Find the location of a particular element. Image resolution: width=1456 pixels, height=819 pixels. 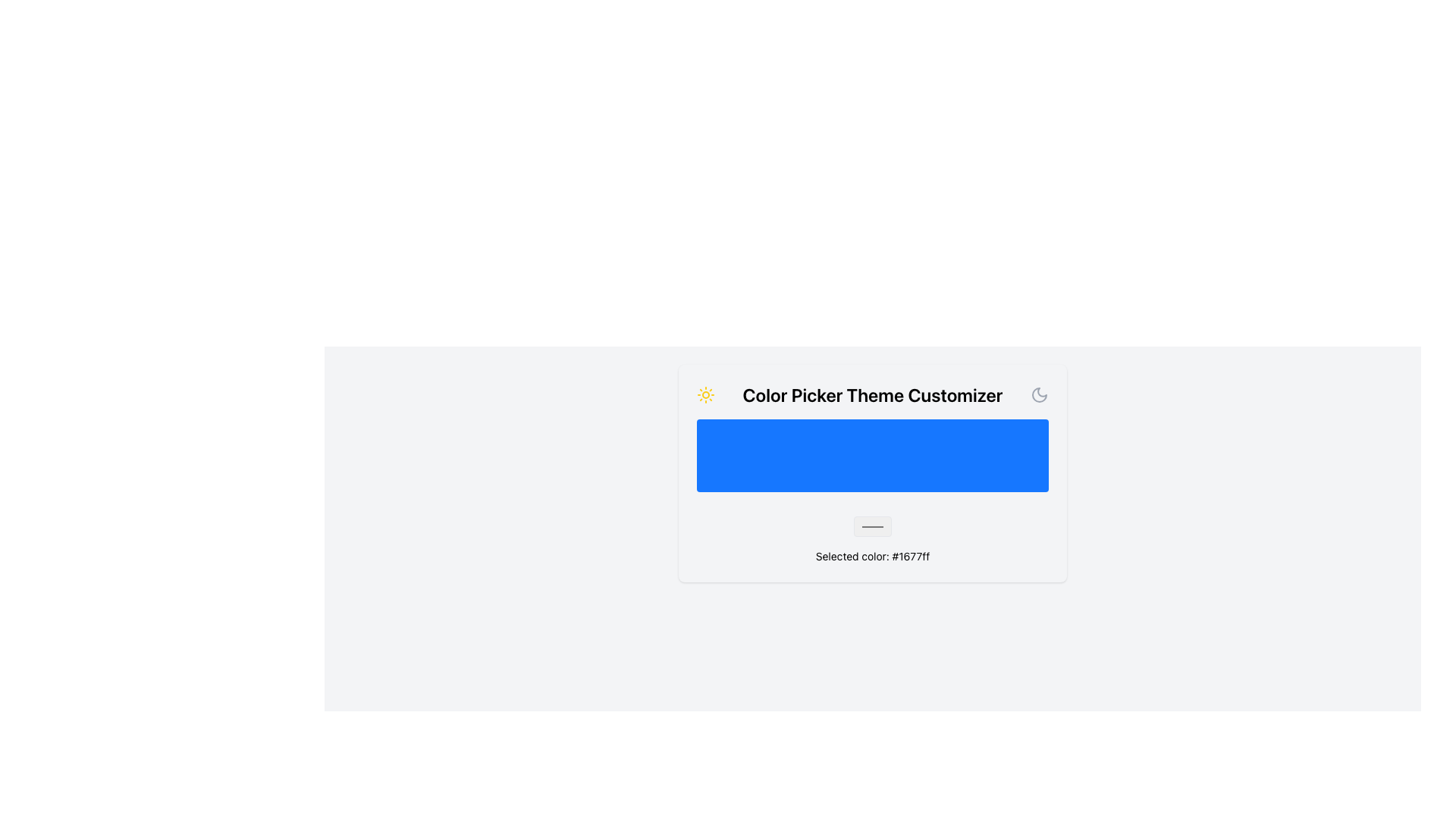

the crescent moon icon, which is styled in gray and located at the top left corner of the 'Color Picker Theme Customizer' UI panel, to the left of the text title is located at coordinates (1039, 394).